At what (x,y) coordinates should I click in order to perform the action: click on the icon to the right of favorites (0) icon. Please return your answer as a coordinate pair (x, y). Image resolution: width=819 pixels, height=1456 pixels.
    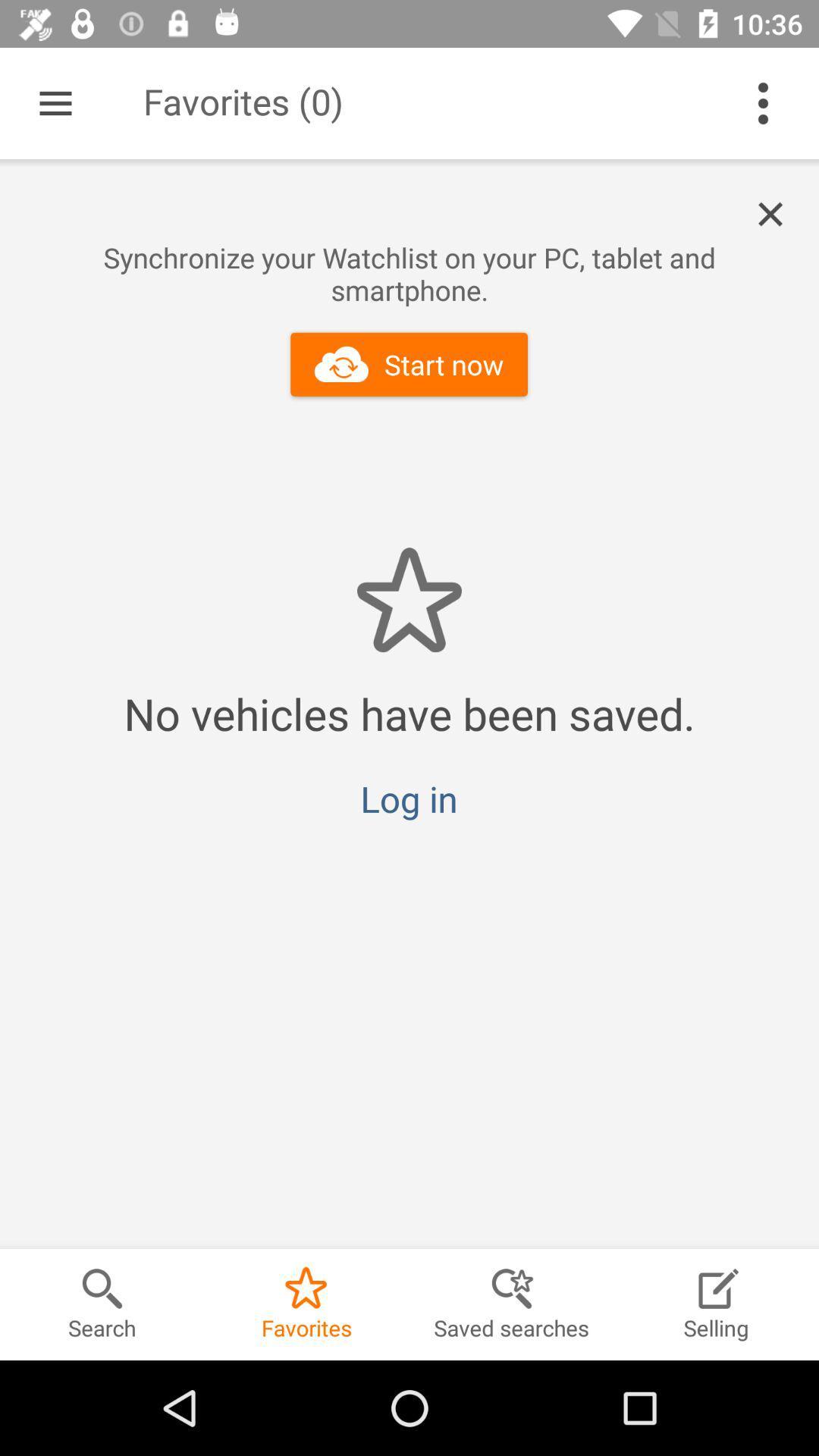
    Looking at the image, I should click on (763, 102).